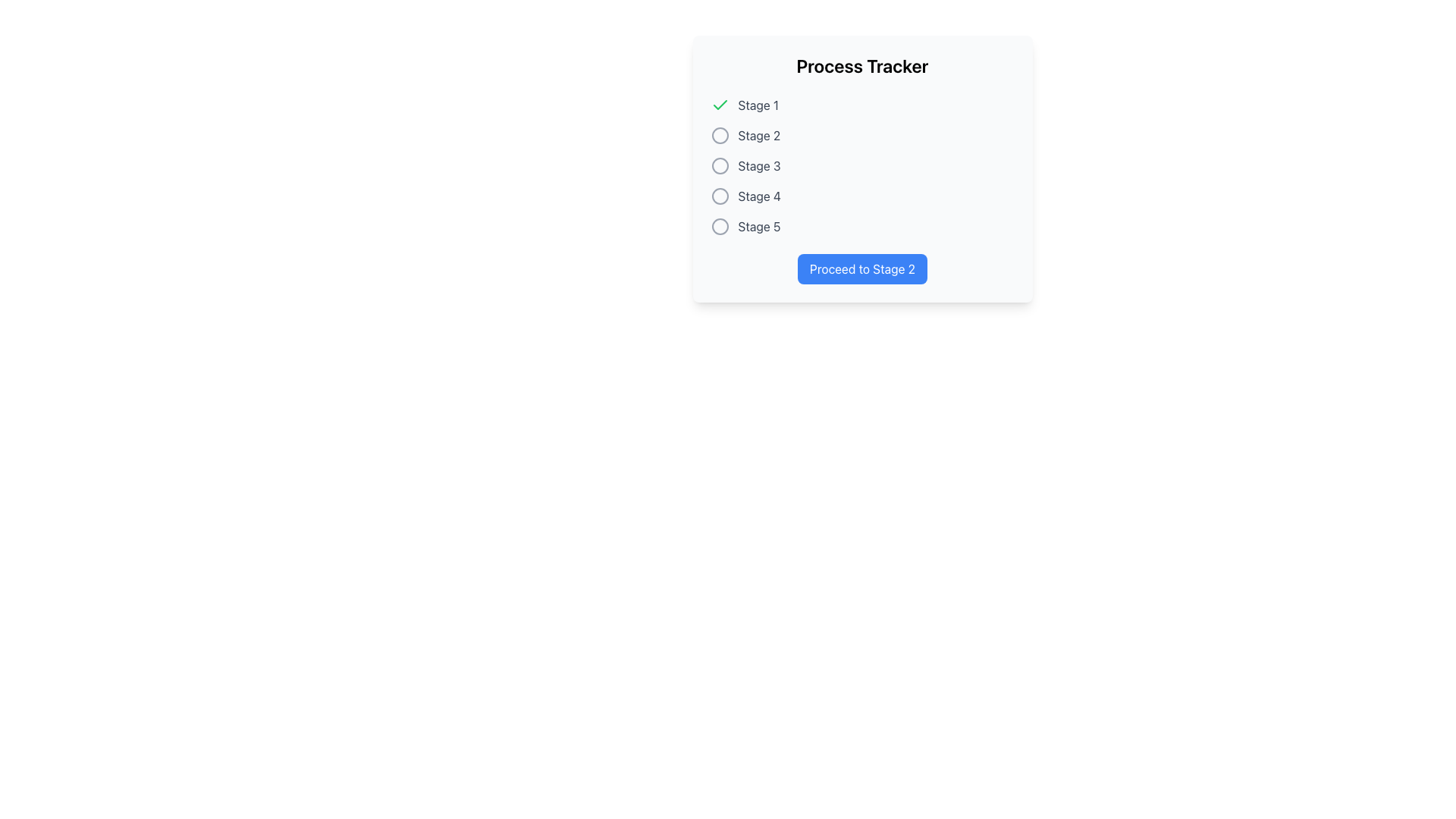 This screenshot has width=1456, height=819. Describe the element at coordinates (719, 166) in the screenshot. I see `the third radio button in the inactive state of the process tracker interface, which is a circular shape and part of a vertical stack of five elements` at that location.